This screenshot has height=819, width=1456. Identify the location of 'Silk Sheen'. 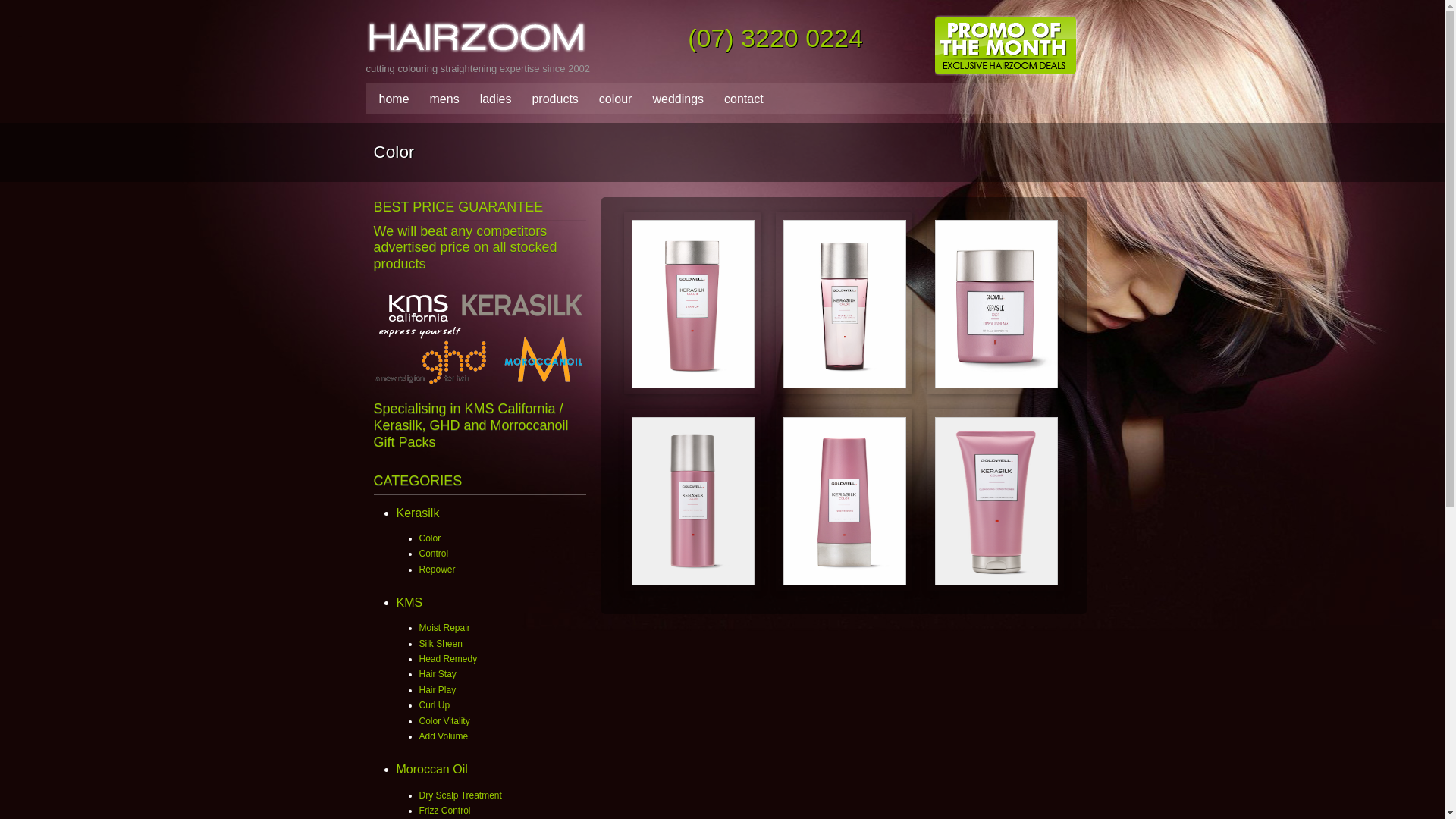
(439, 643).